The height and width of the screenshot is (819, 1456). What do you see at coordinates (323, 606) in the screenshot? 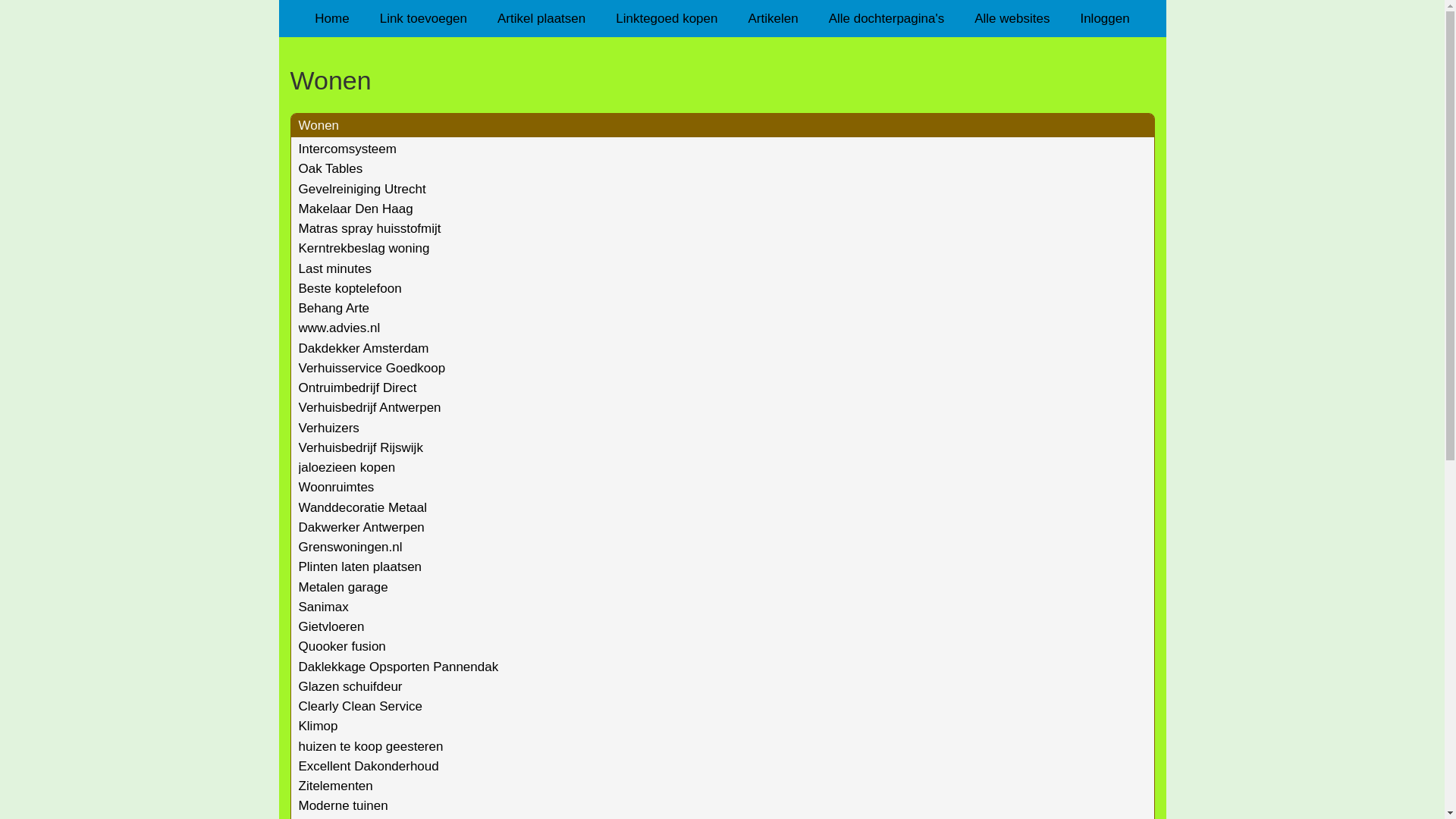
I see `'Sanimax'` at bounding box center [323, 606].